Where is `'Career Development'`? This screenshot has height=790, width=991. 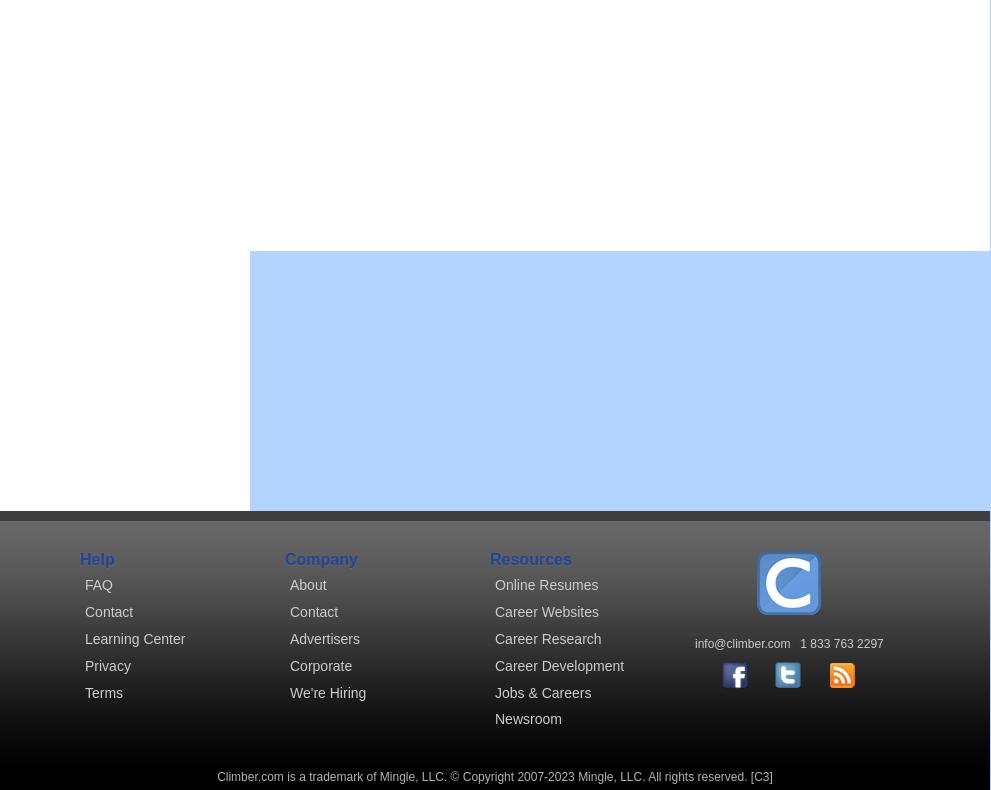
'Career Development' is located at coordinates (558, 664).